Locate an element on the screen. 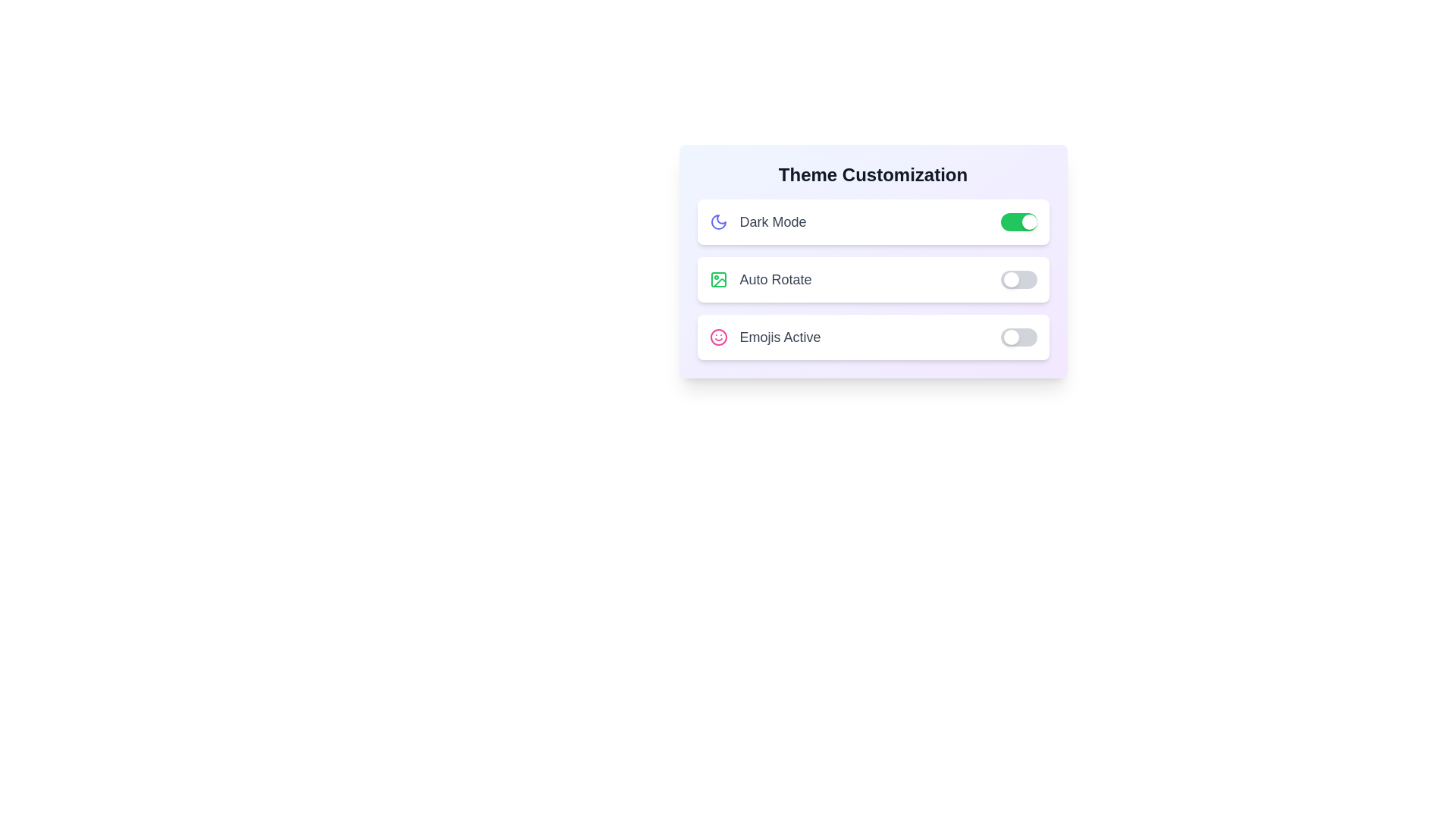 This screenshot has height=819, width=1456. the 'dark Mode' label which is displayed in a large font size, grayish color, and is positioned between a crescent moon icon and a toggle switch in the customization menu is located at coordinates (758, 222).